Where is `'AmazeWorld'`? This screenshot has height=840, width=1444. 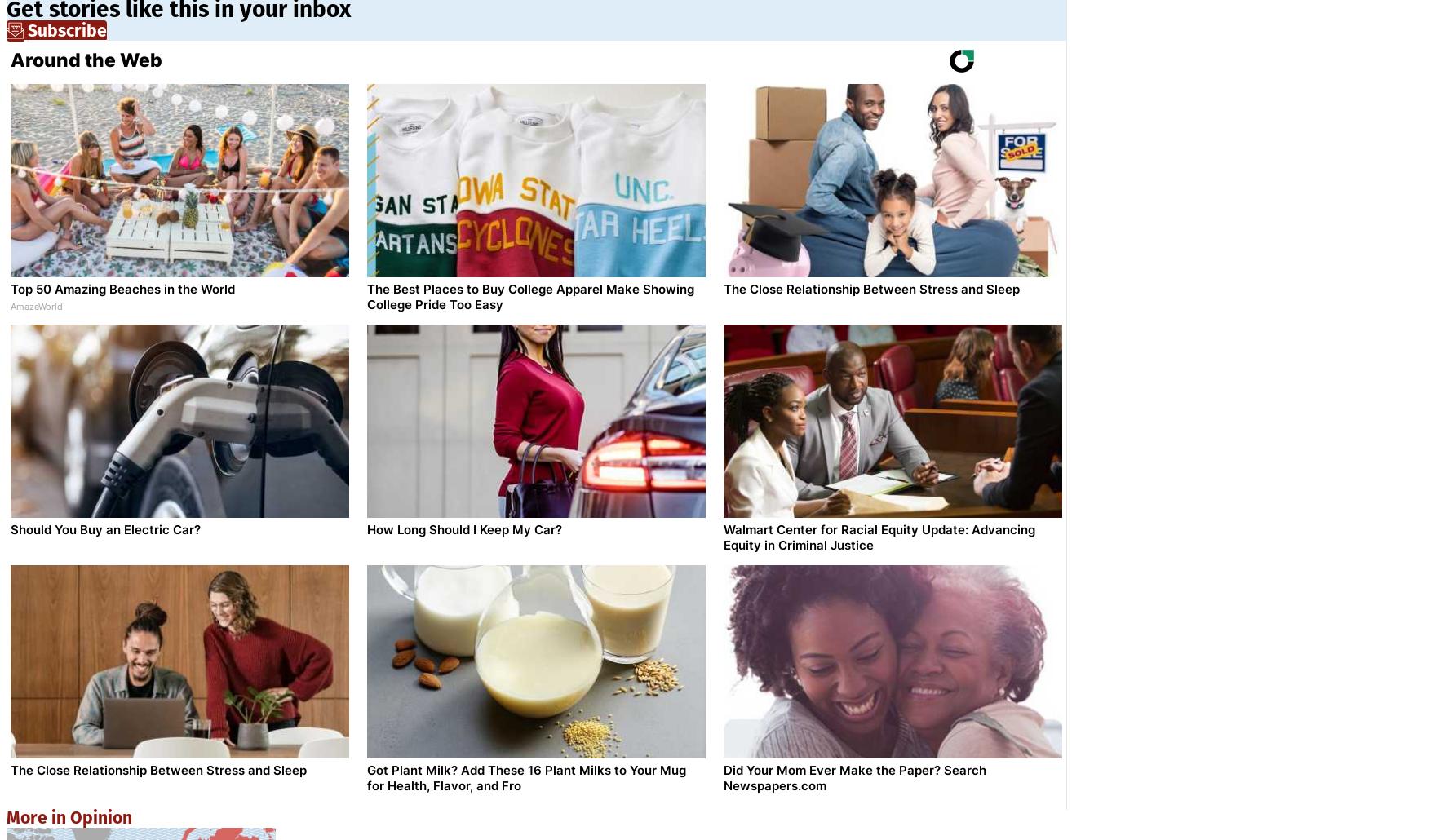 'AmazeWorld' is located at coordinates (35, 306).